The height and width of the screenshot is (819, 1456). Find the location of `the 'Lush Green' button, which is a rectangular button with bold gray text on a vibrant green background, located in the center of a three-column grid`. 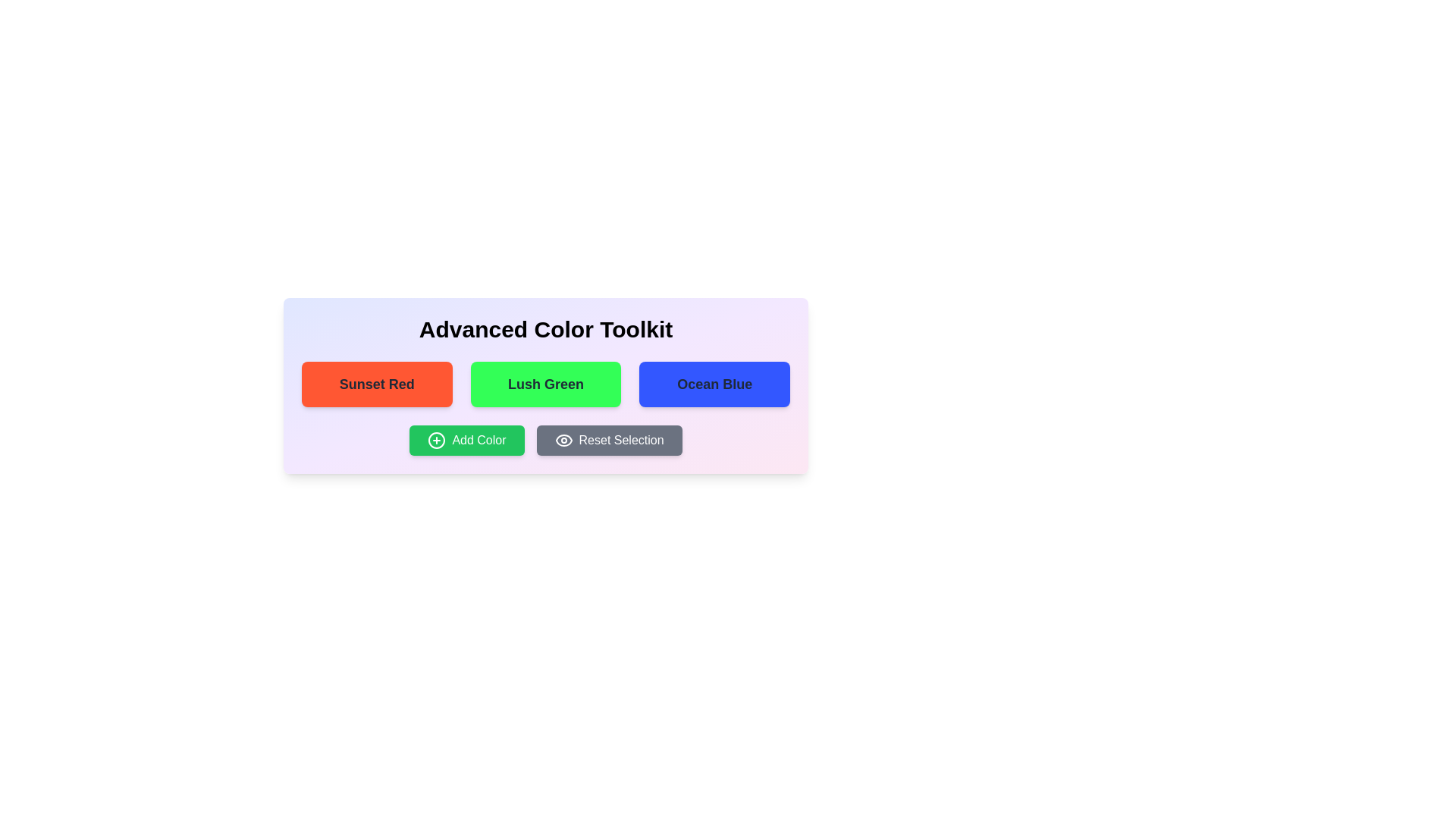

the 'Lush Green' button, which is a rectangular button with bold gray text on a vibrant green background, located in the center of a three-column grid is located at coordinates (546, 383).